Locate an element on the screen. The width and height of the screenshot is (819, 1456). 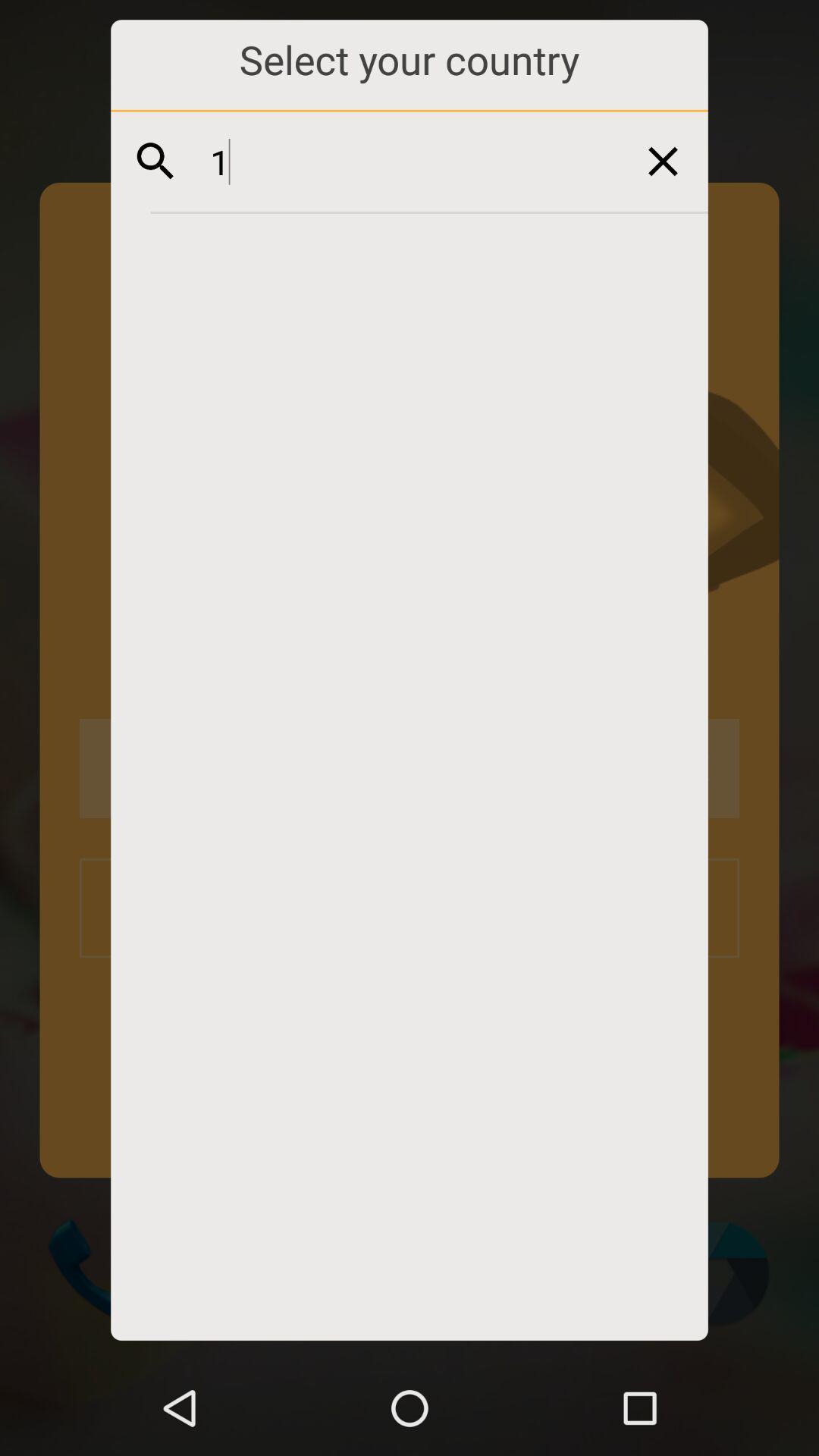
clear text field is located at coordinates (662, 161).